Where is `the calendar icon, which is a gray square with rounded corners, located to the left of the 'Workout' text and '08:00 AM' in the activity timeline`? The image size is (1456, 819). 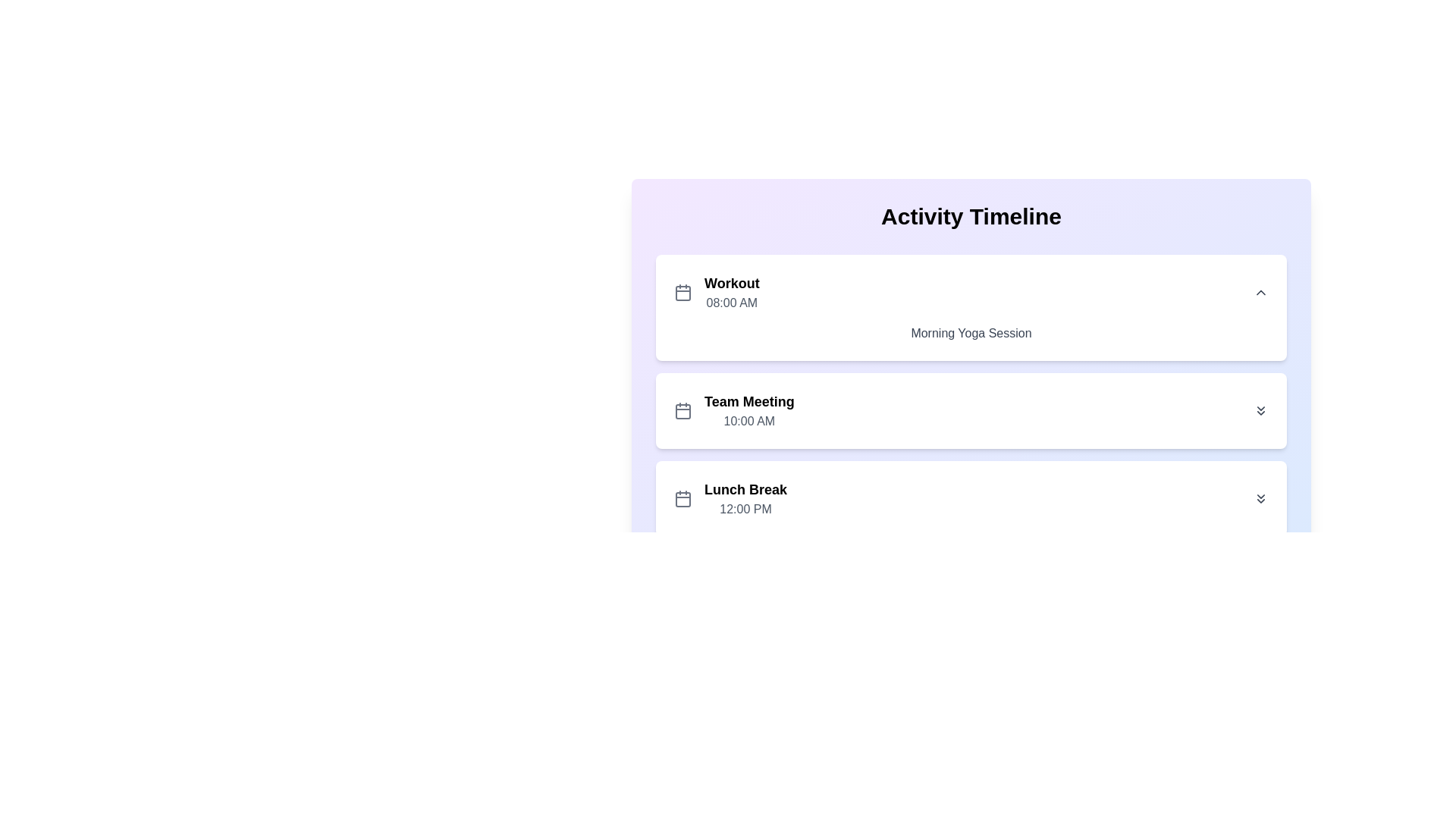
the calendar icon, which is a gray square with rounded corners, located to the left of the 'Workout' text and '08:00 AM' in the activity timeline is located at coordinates (682, 292).